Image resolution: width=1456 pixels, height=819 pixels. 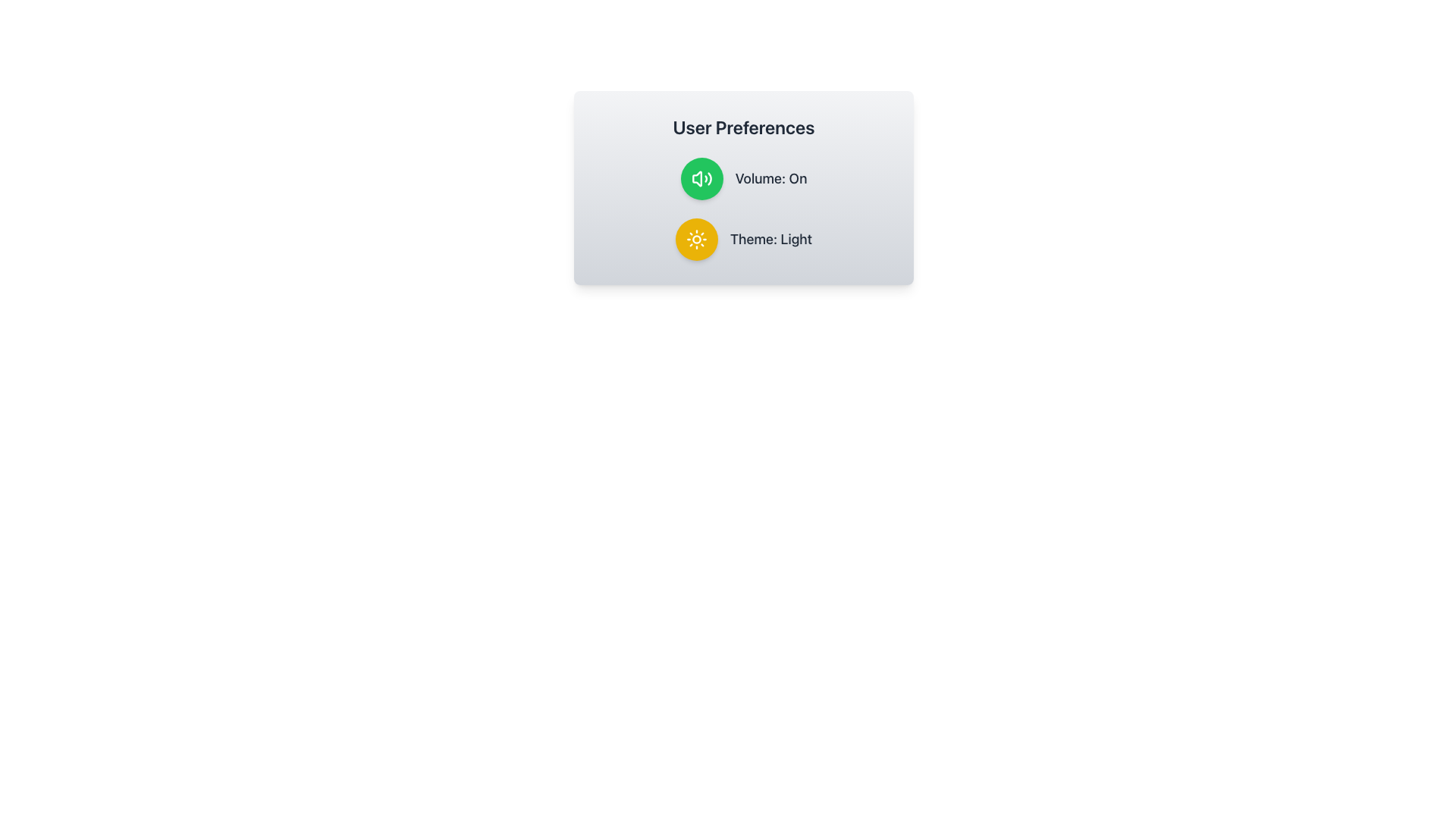 I want to click on the circular button with a yellow background and a white sun icon in the 'User Preferences' section to highlight it, so click(x=695, y=239).